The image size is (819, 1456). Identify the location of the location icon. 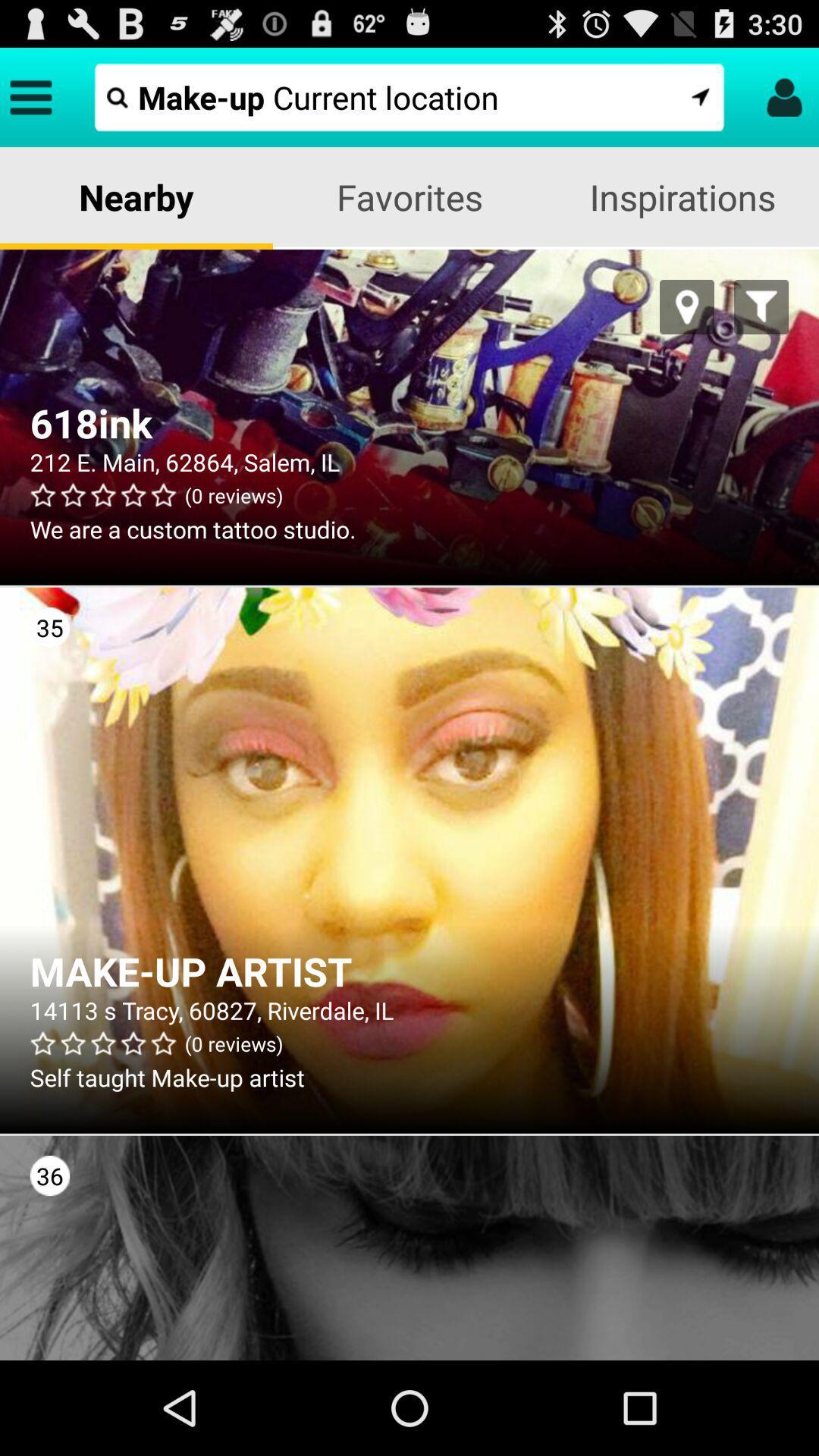
(687, 328).